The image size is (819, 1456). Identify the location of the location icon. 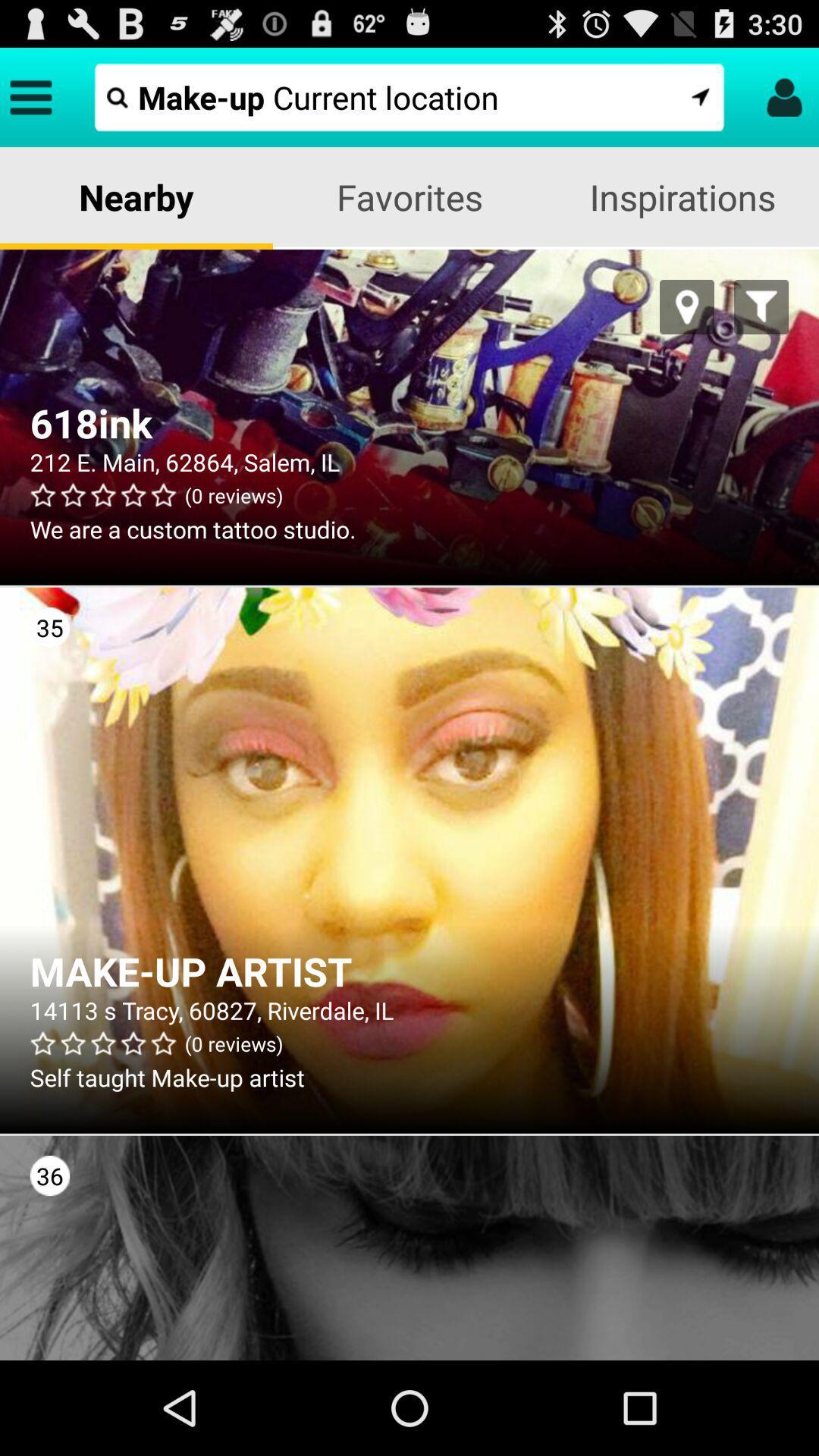
(687, 328).